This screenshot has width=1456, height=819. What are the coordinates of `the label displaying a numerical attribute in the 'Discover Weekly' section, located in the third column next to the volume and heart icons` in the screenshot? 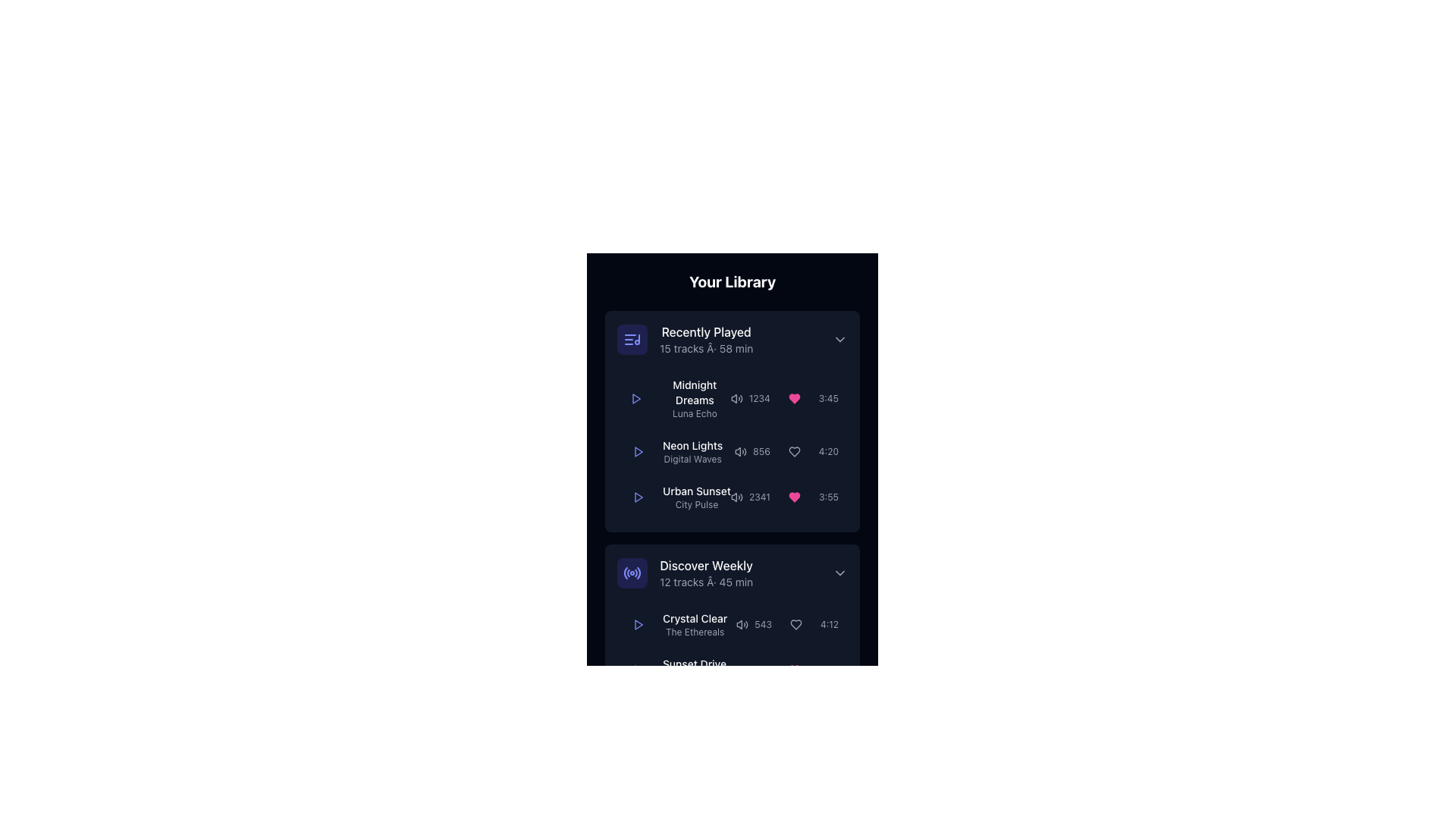 It's located at (763, 625).